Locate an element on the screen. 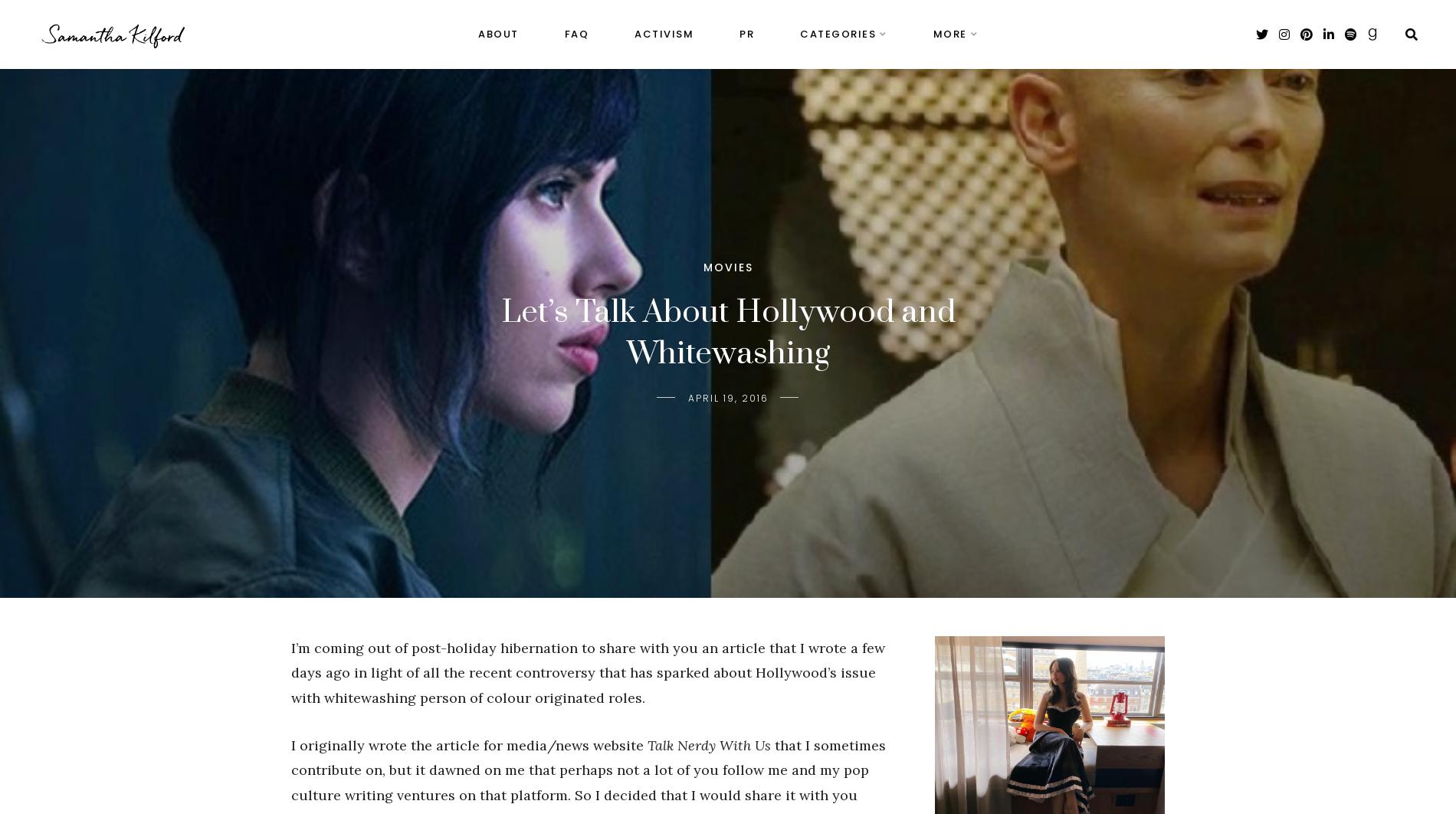  'Talk Nerdy With Us' is located at coordinates (646, 743).